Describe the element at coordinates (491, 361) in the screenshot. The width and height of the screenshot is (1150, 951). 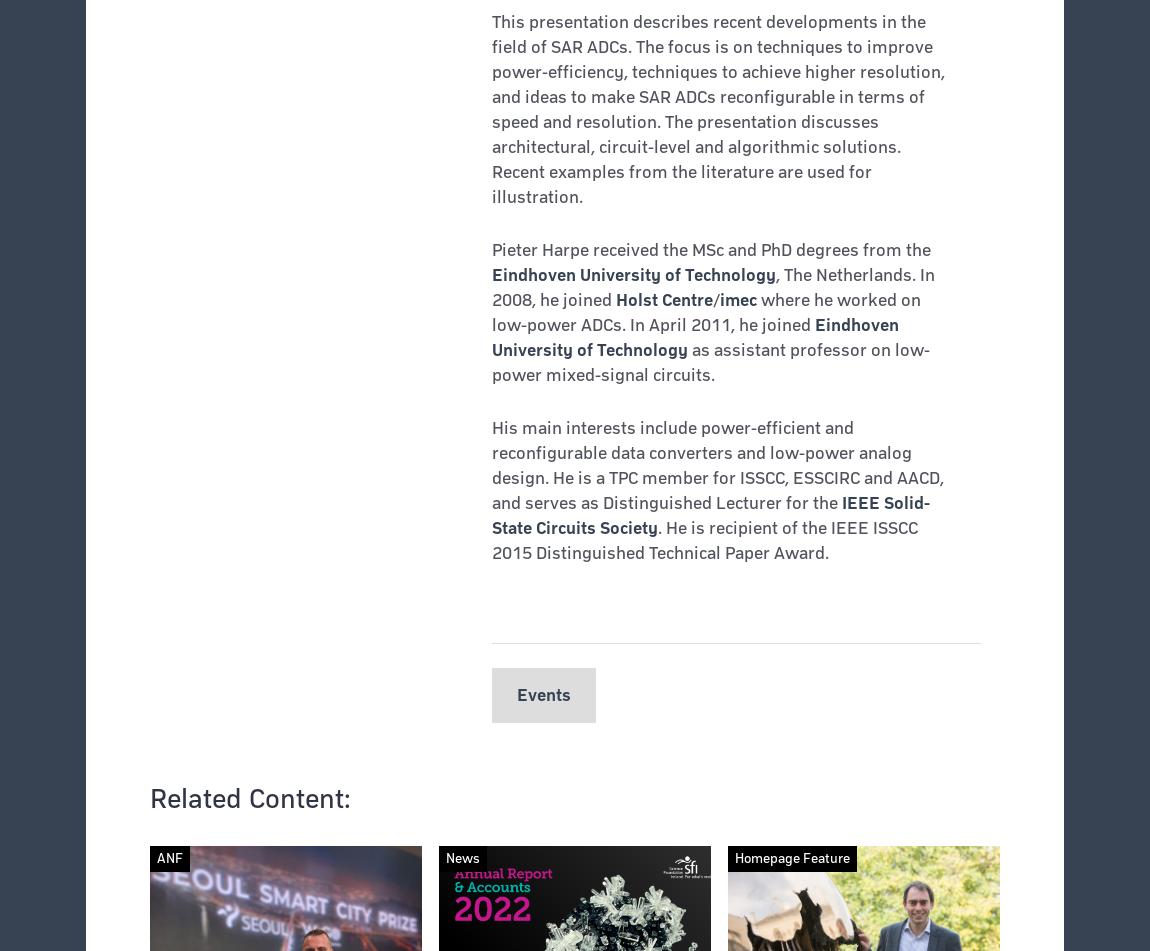
I see `'as assistant professor on low-power mixed-signal circuits.'` at that location.